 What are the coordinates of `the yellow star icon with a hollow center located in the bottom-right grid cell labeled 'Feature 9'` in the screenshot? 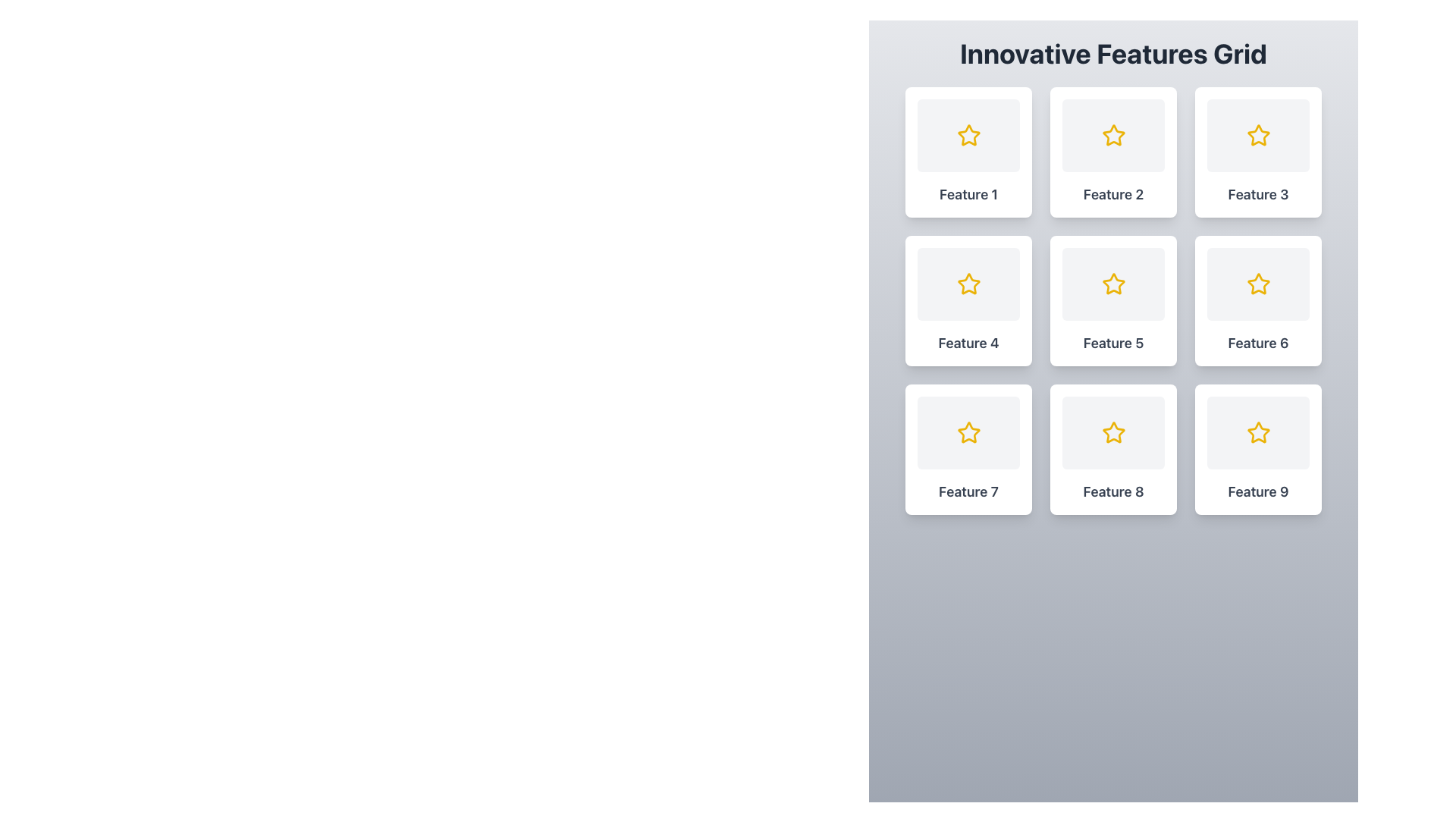 It's located at (1258, 432).